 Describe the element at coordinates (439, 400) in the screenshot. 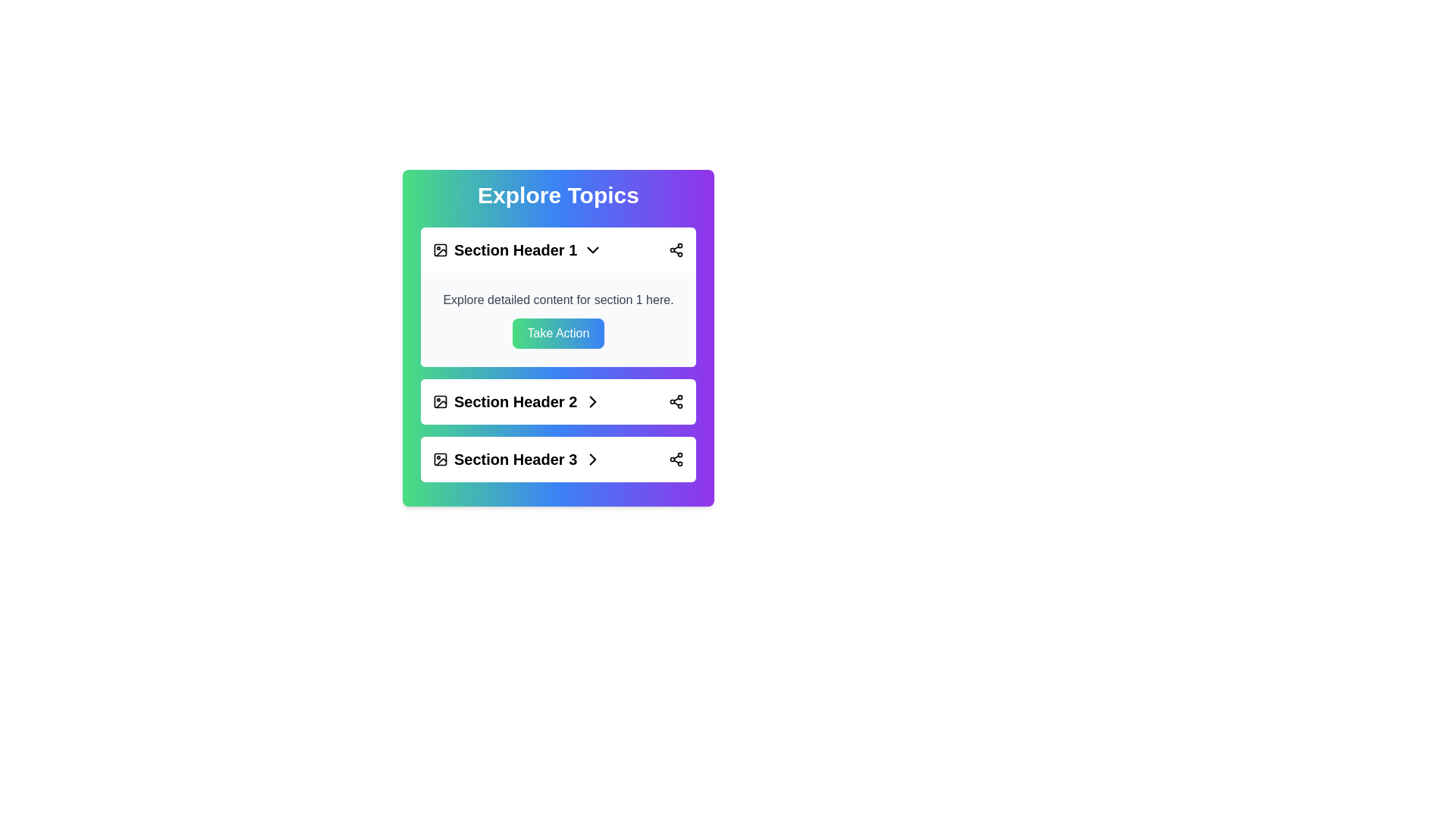

I see `the icon element representing an image placeholder, located to the immediate left of the text 'Section Header 2'` at that location.